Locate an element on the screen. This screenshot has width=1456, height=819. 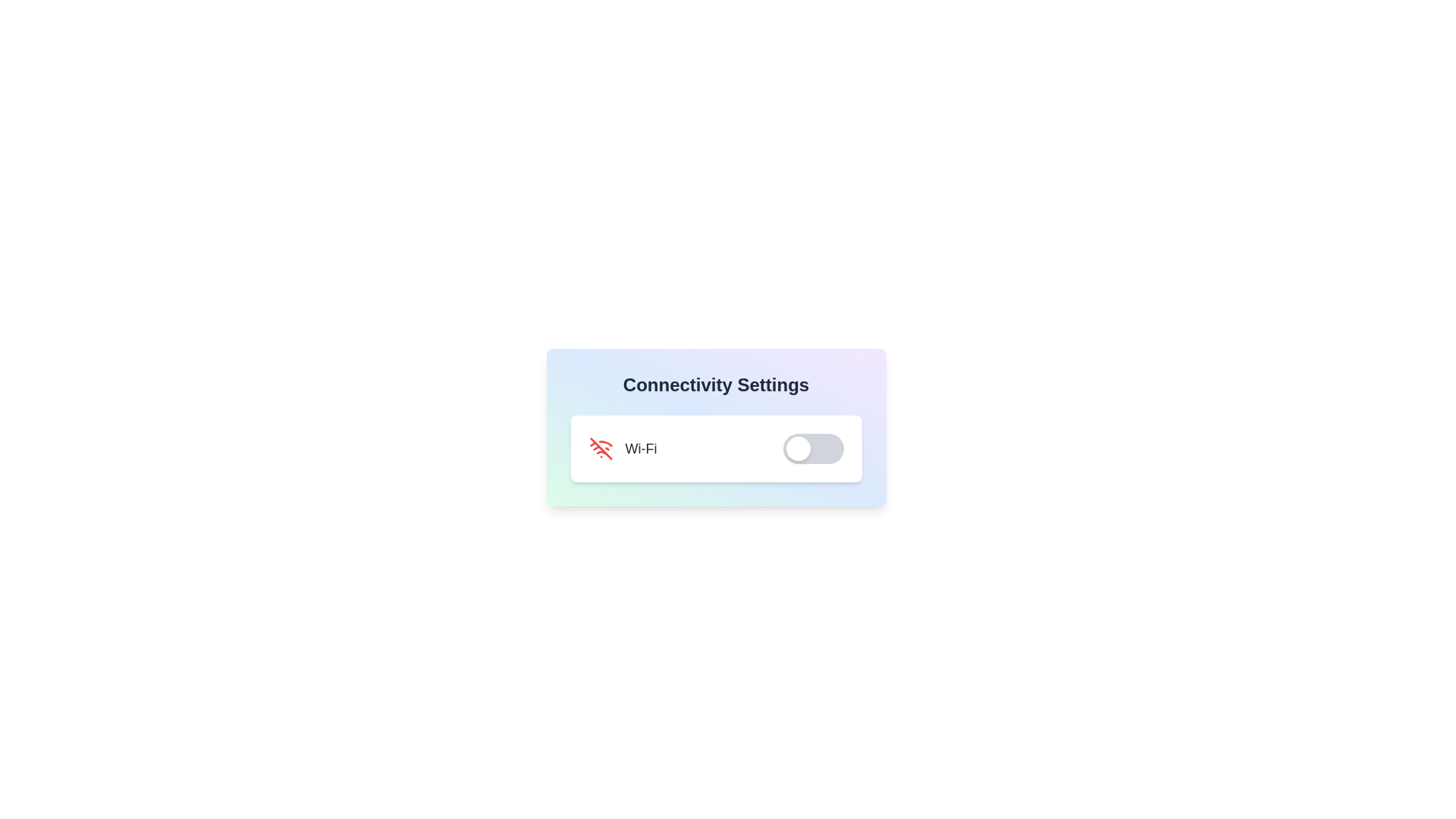
the Wi-Fi status icon that indicates Wi-Fi being turned off or disconnected, located within the rectangular card labeled 'Wi-Fi' is located at coordinates (600, 447).